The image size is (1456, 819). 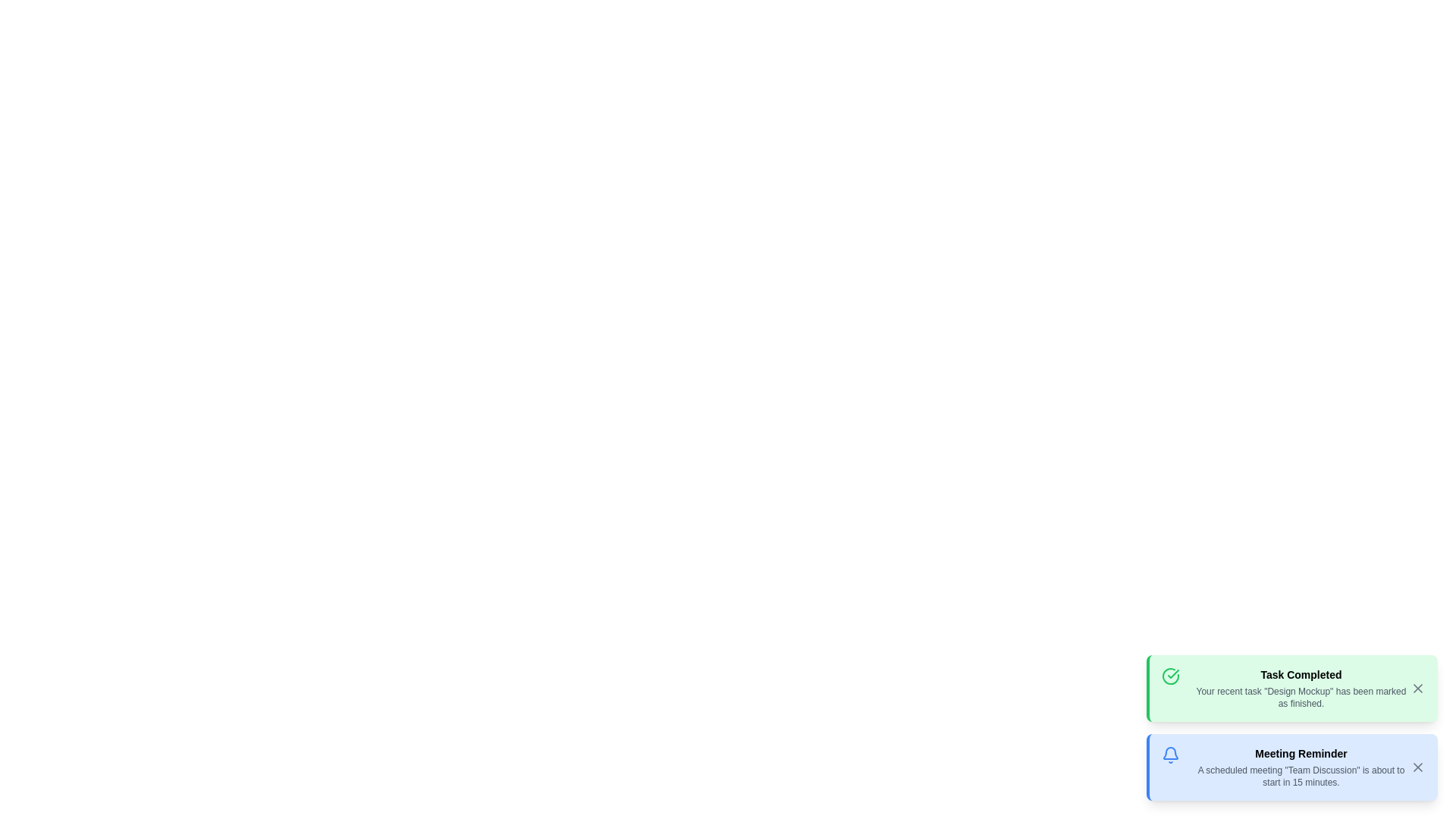 What do you see at coordinates (1170, 675) in the screenshot?
I see `the notification icon to identify its type` at bounding box center [1170, 675].